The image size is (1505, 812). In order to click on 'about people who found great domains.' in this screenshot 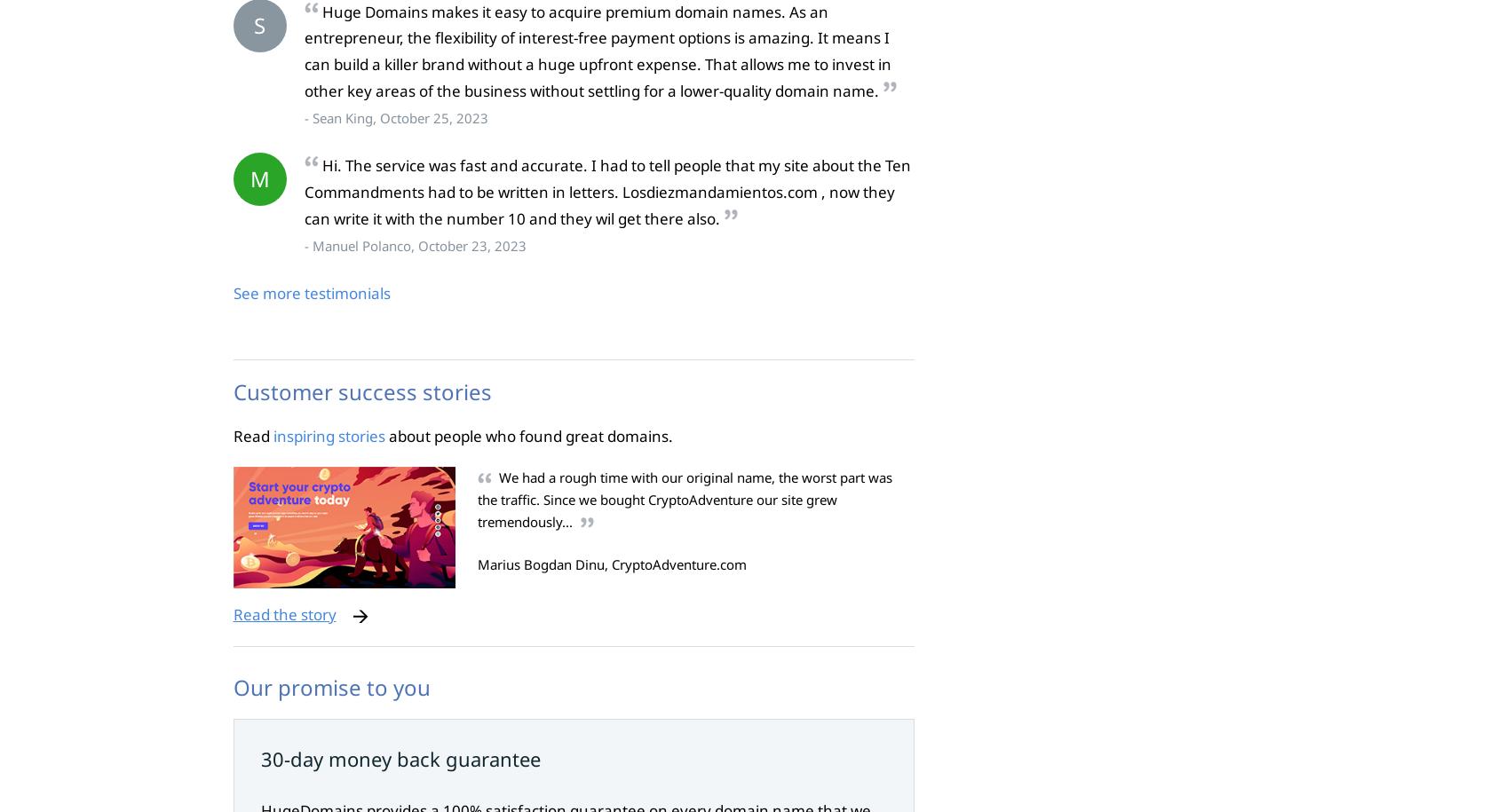, I will do `click(527, 434)`.